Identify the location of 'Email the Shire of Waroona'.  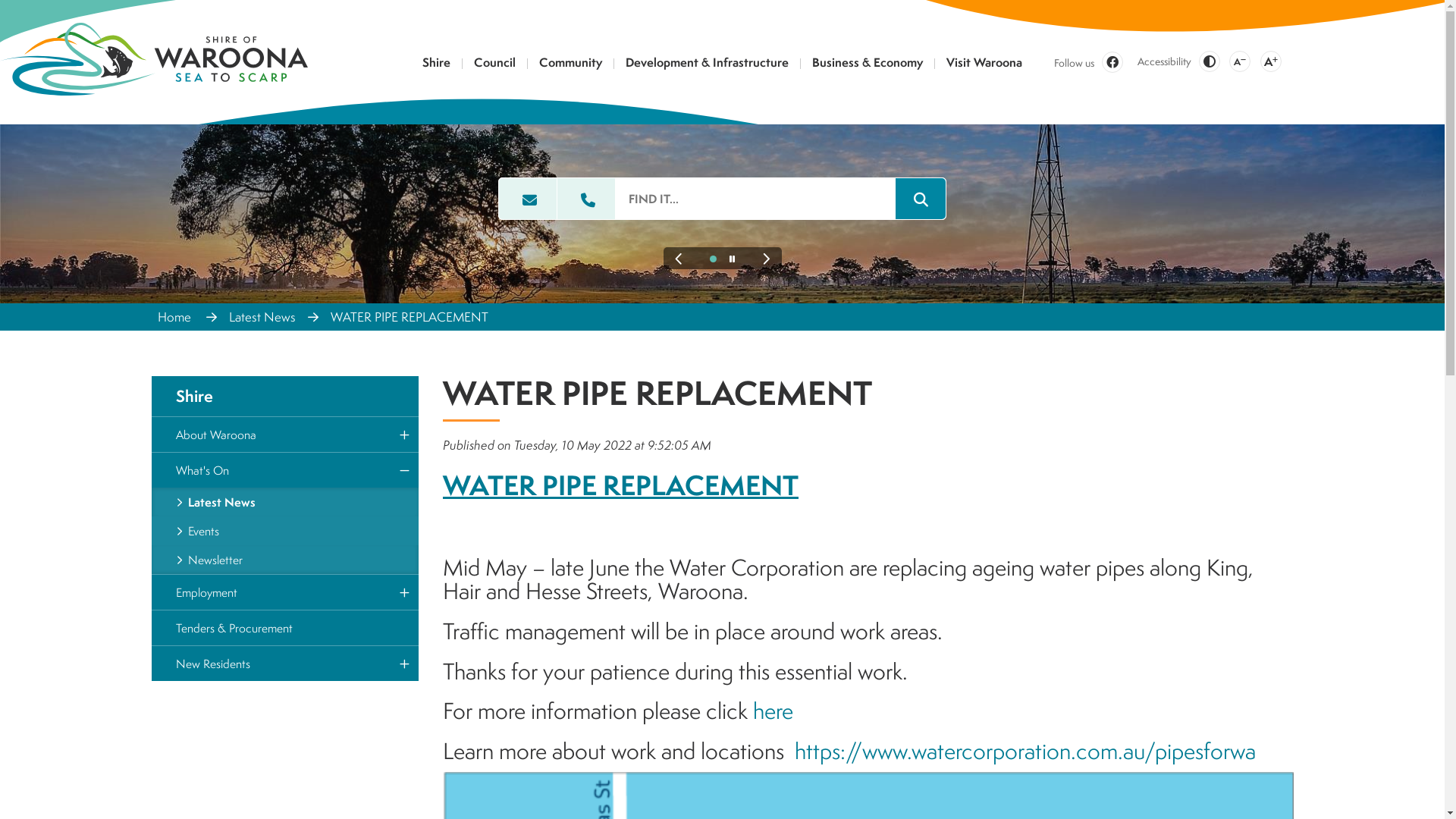
(528, 198).